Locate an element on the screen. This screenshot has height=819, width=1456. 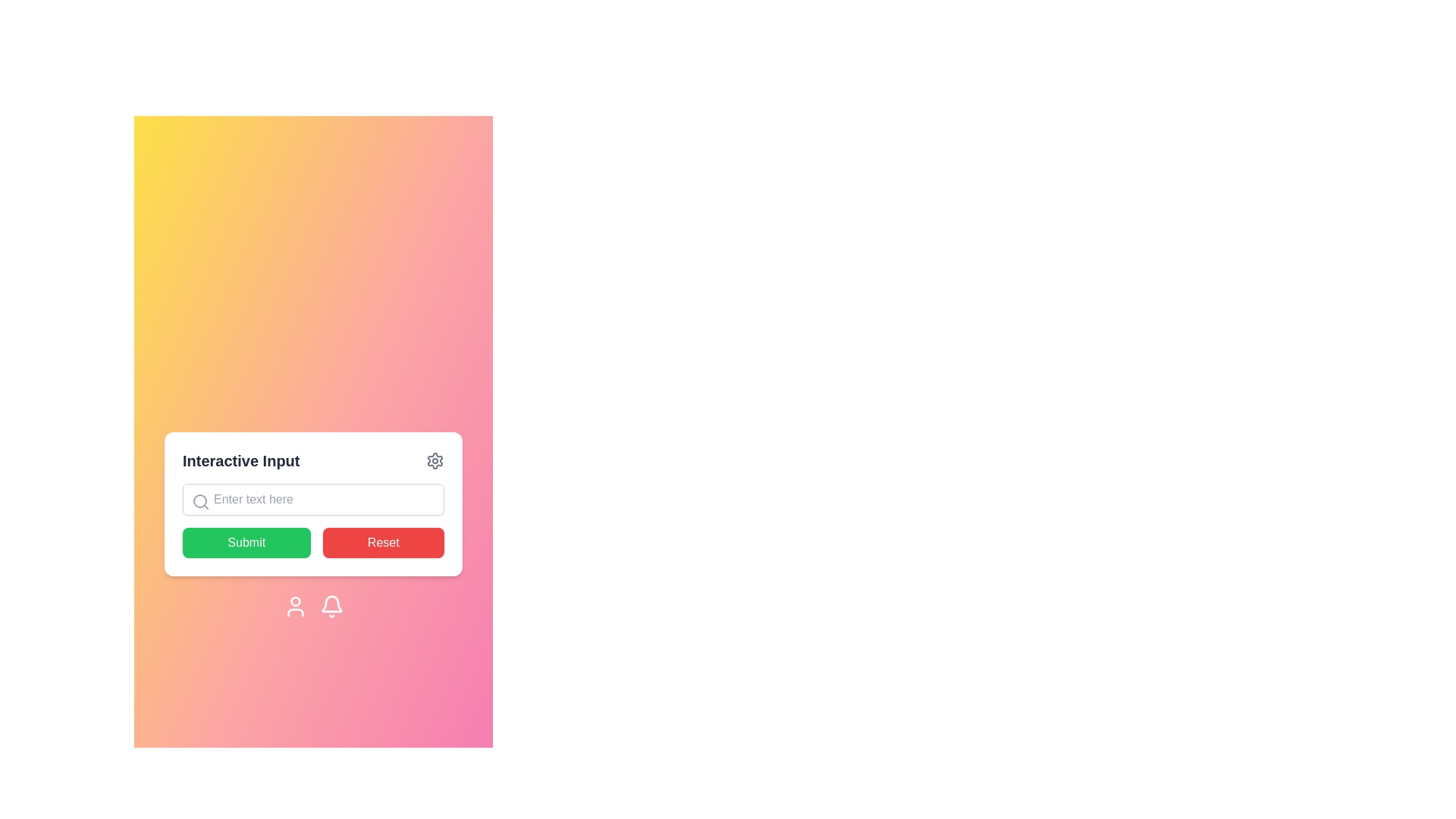
the gear-shaped icon located at the top-right of the white card UI component is located at coordinates (435, 460).